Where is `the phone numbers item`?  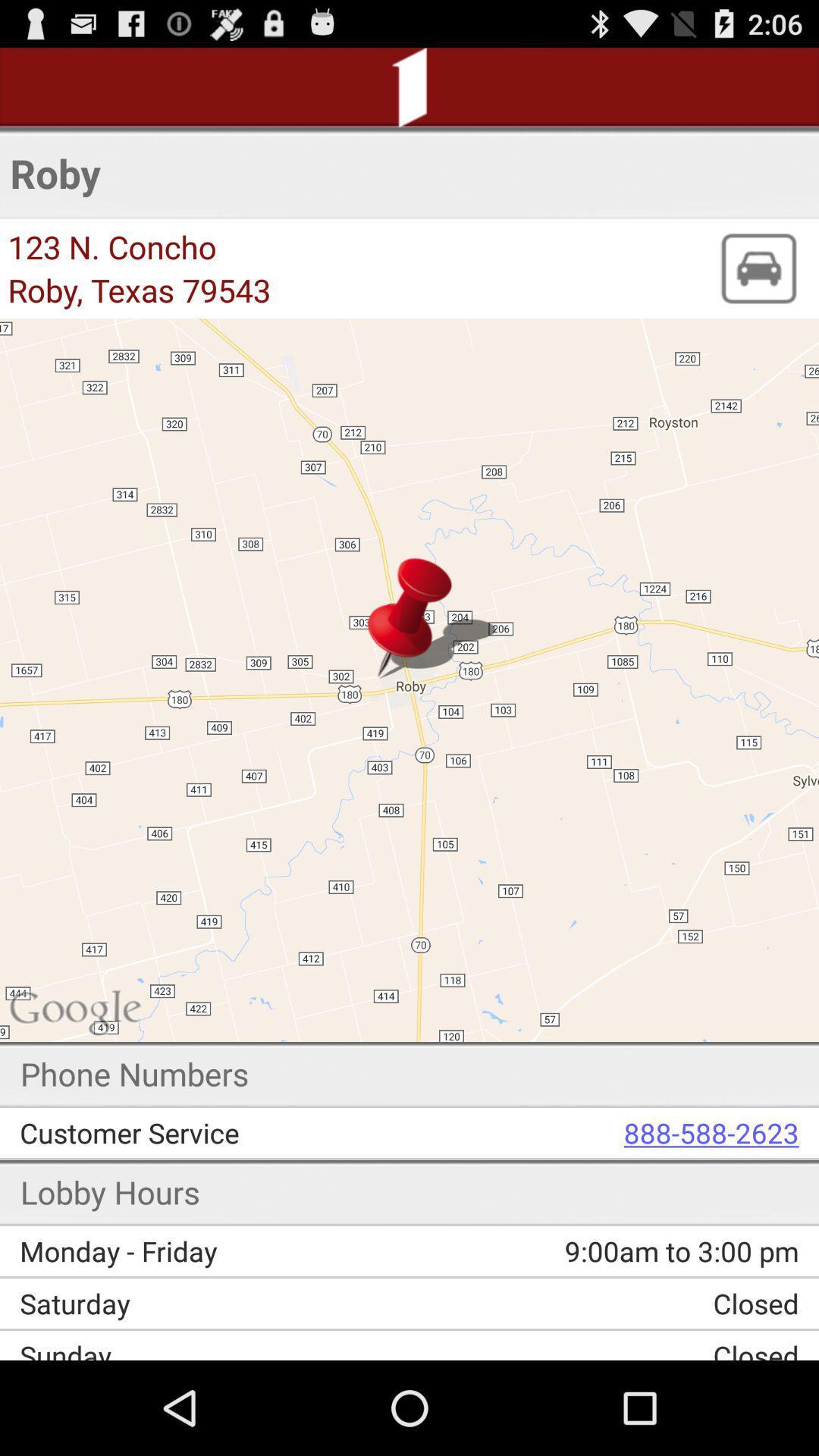 the phone numbers item is located at coordinates (133, 1073).